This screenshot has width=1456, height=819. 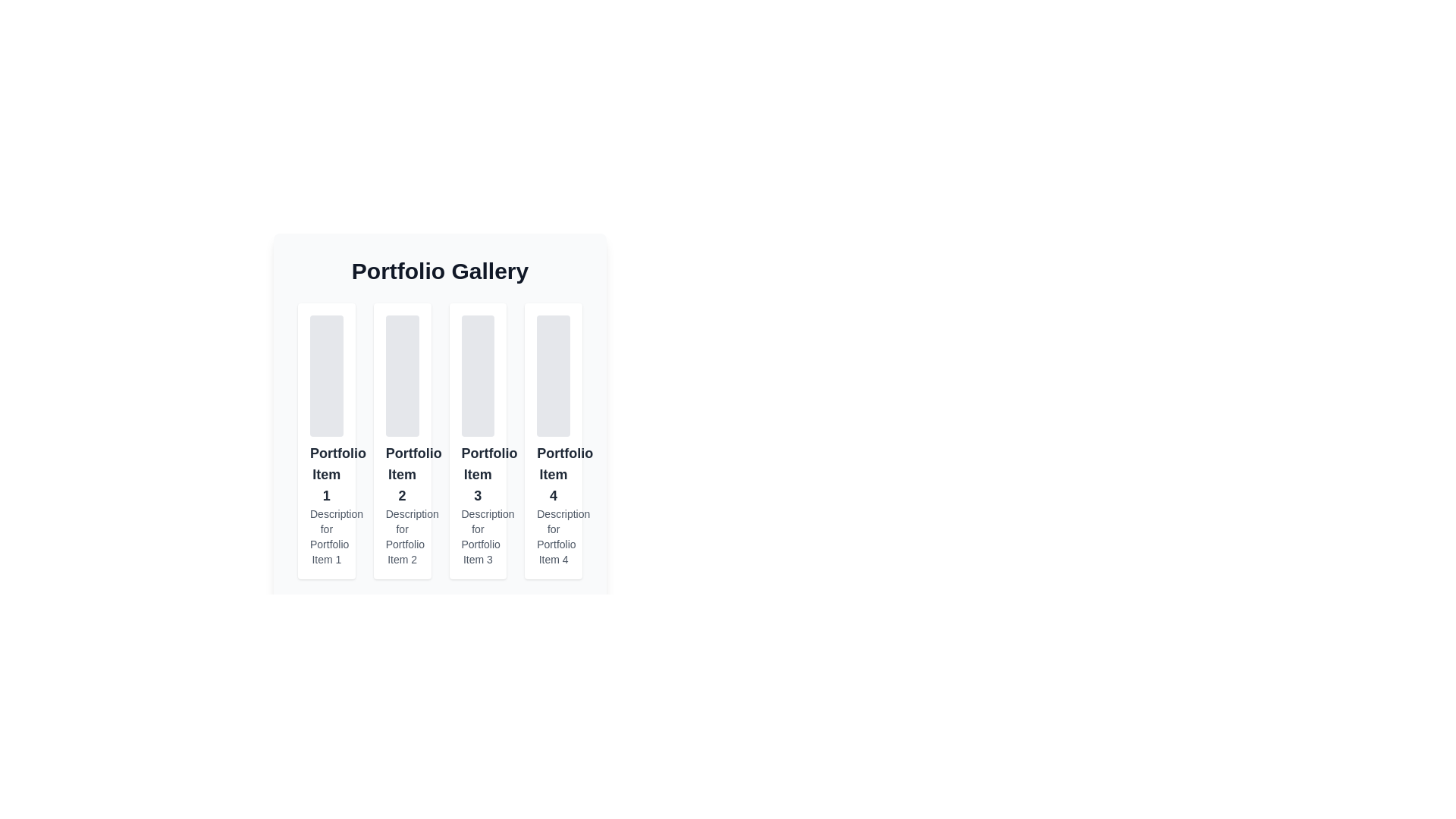 What do you see at coordinates (325, 473) in the screenshot?
I see `the text label displaying 'Portfolio Item 1' in bold, large, dark gray font located beneath a placeholder image` at bounding box center [325, 473].